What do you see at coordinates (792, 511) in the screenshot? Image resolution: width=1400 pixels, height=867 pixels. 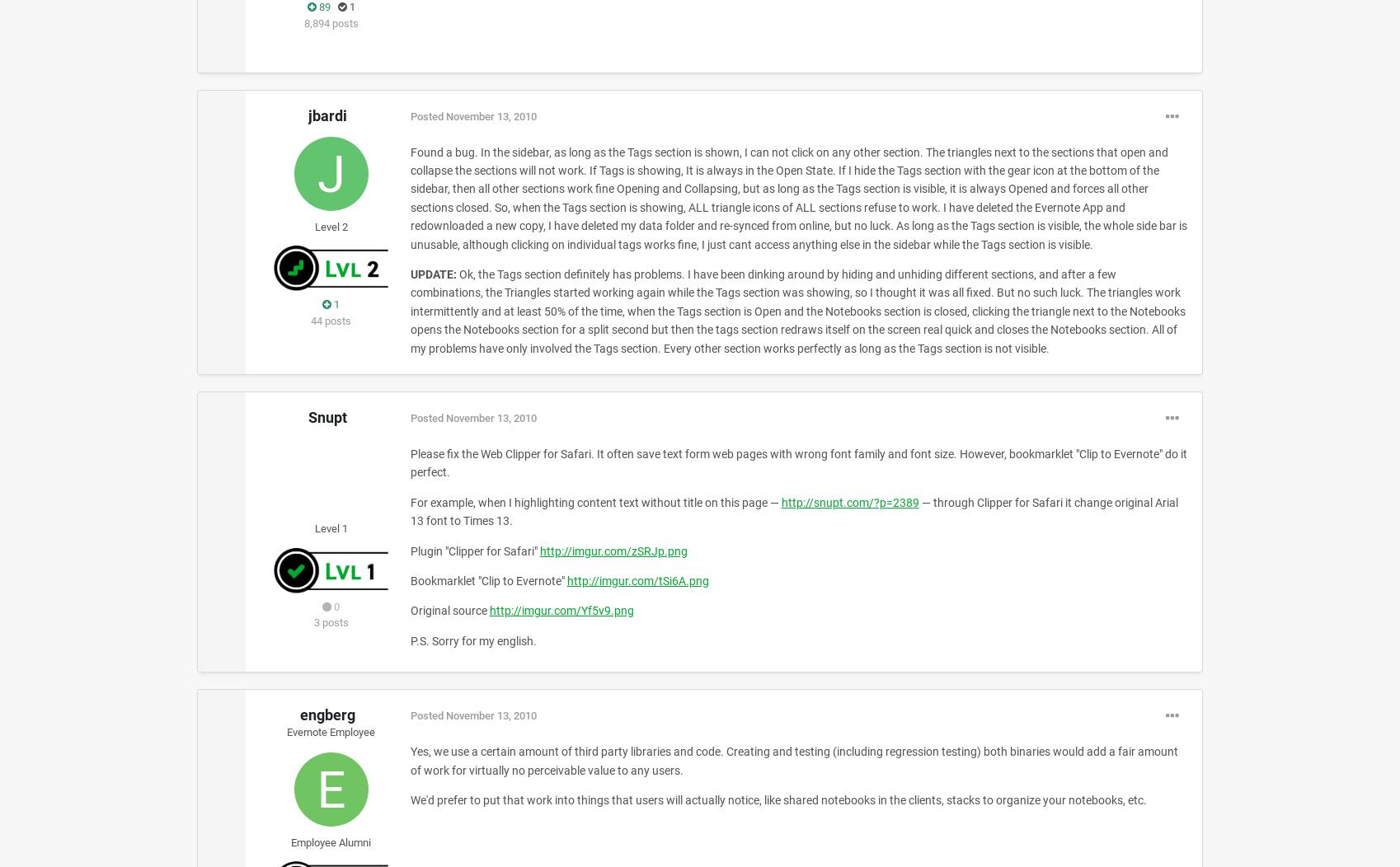 I see `'— through Clipper for Safari it change original Arial 13 font to Times 13.'` at bounding box center [792, 511].